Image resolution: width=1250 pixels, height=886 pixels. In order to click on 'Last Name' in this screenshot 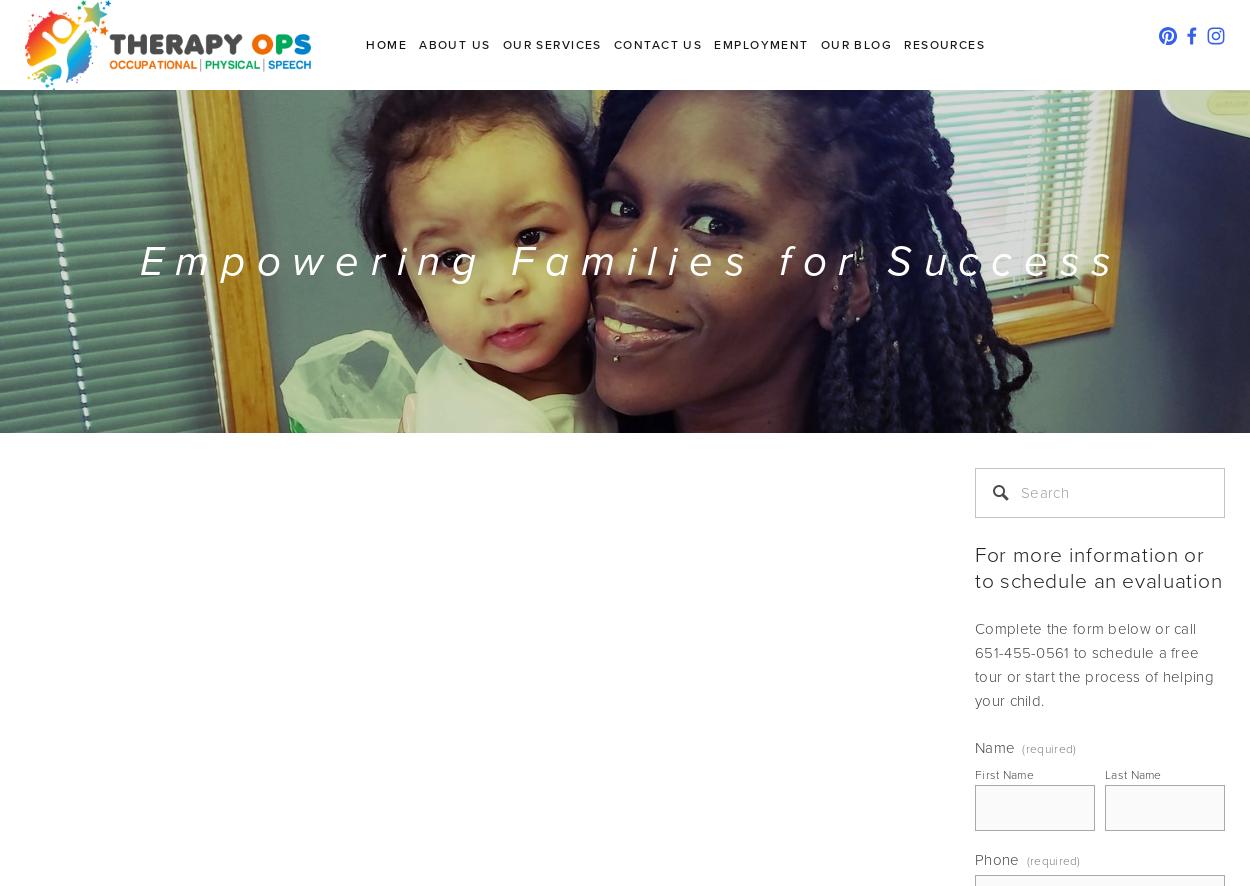, I will do `click(1133, 773)`.